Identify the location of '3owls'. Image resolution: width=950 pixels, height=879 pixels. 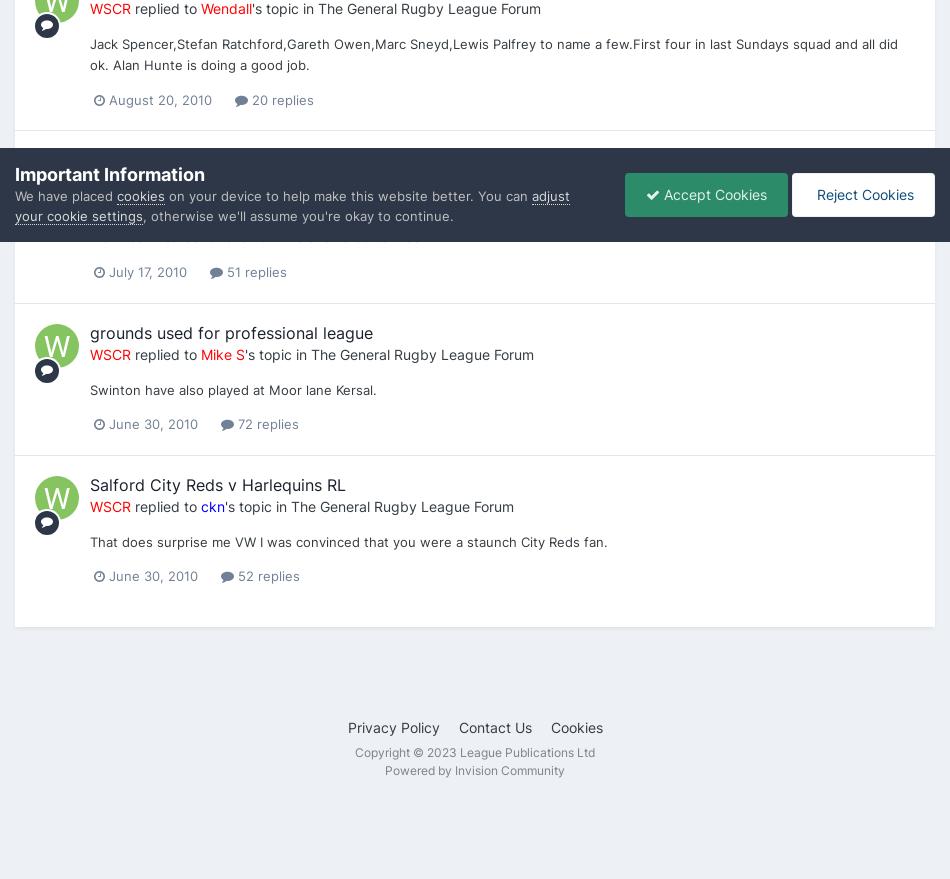
(220, 179).